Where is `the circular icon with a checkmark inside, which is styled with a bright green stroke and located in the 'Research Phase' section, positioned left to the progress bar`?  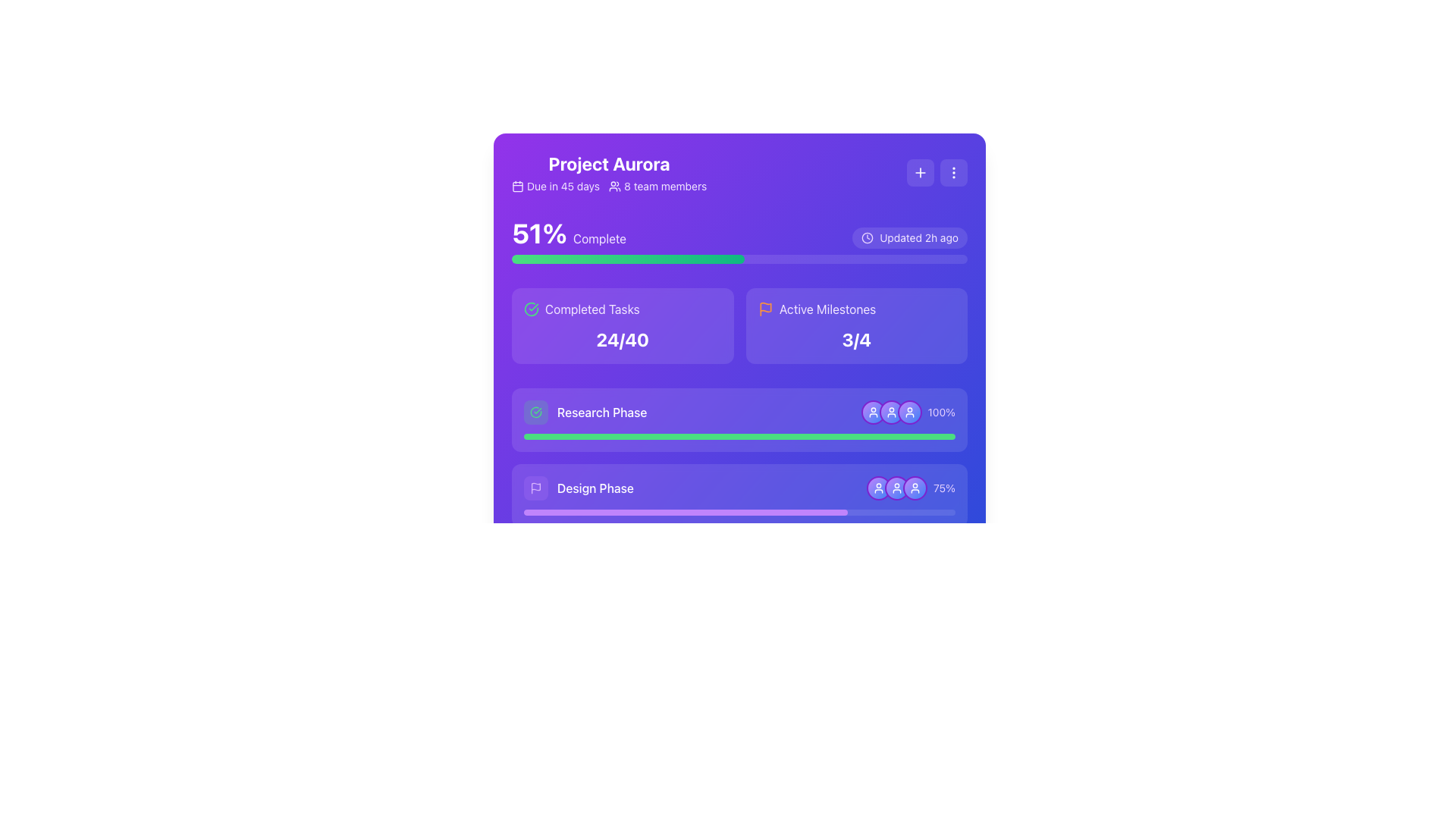
the circular icon with a checkmark inside, which is styled with a bright green stroke and located in the 'Research Phase' section, positioned left to the progress bar is located at coordinates (535, 412).